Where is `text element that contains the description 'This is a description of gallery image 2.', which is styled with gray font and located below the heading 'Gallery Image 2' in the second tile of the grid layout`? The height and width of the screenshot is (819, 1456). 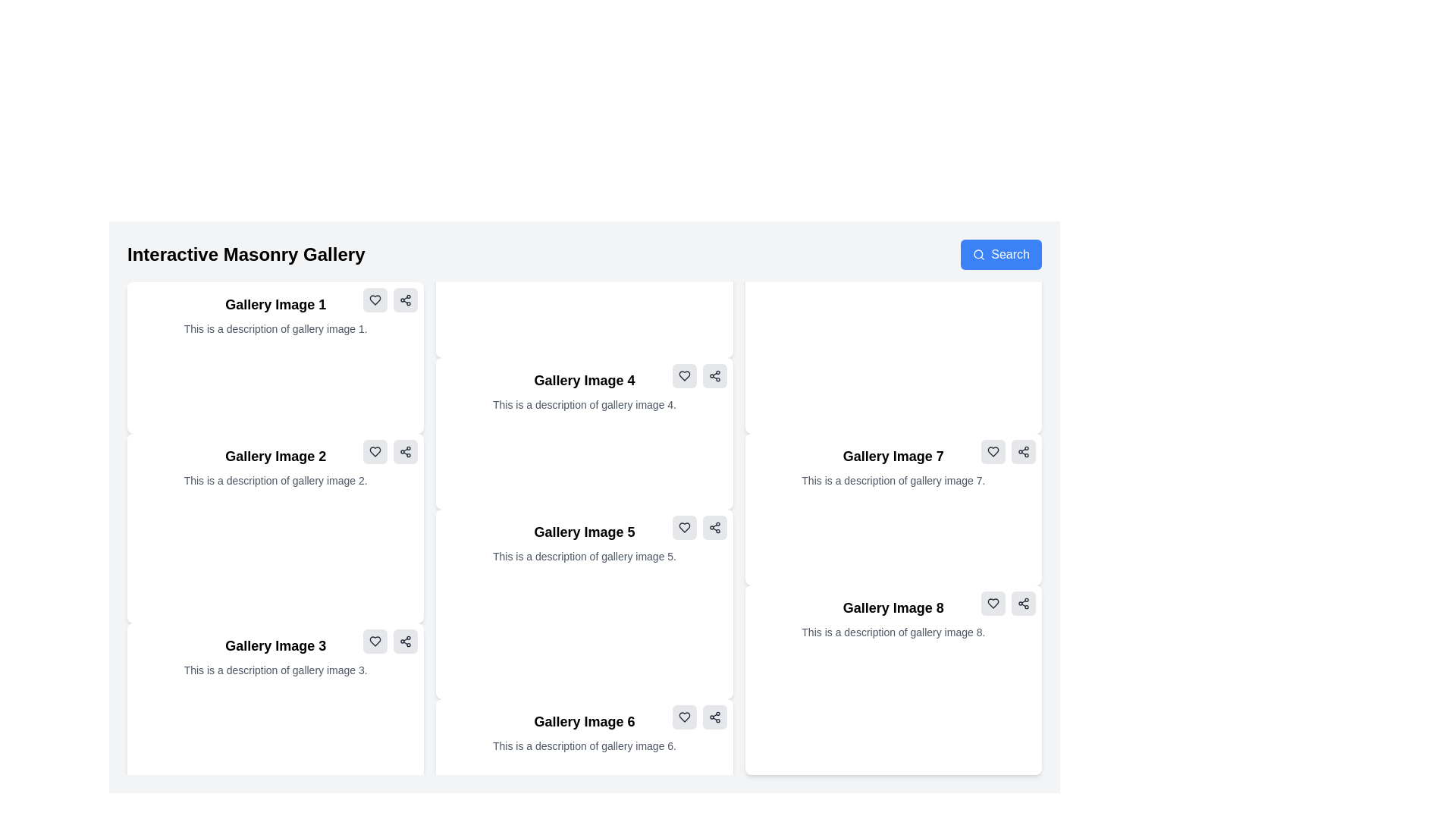 text element that contains the description 'This is a description of gallery image 2.', which is styled with gray font and located below the heading 'Gallery Image 2' in the second tile of the grid layout is located at coordinates (275, 480).